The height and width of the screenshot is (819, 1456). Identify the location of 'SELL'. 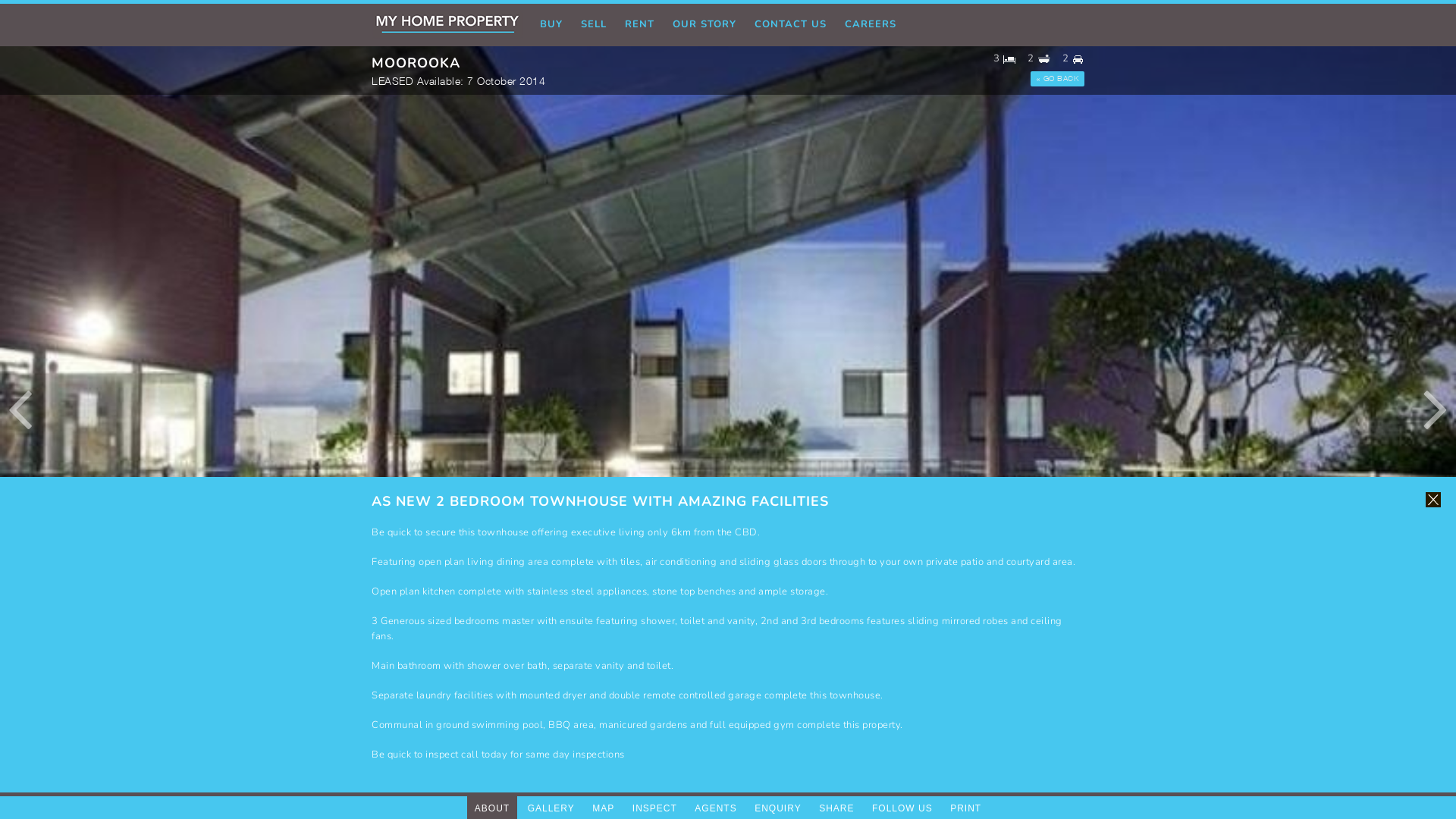
(592, 25).